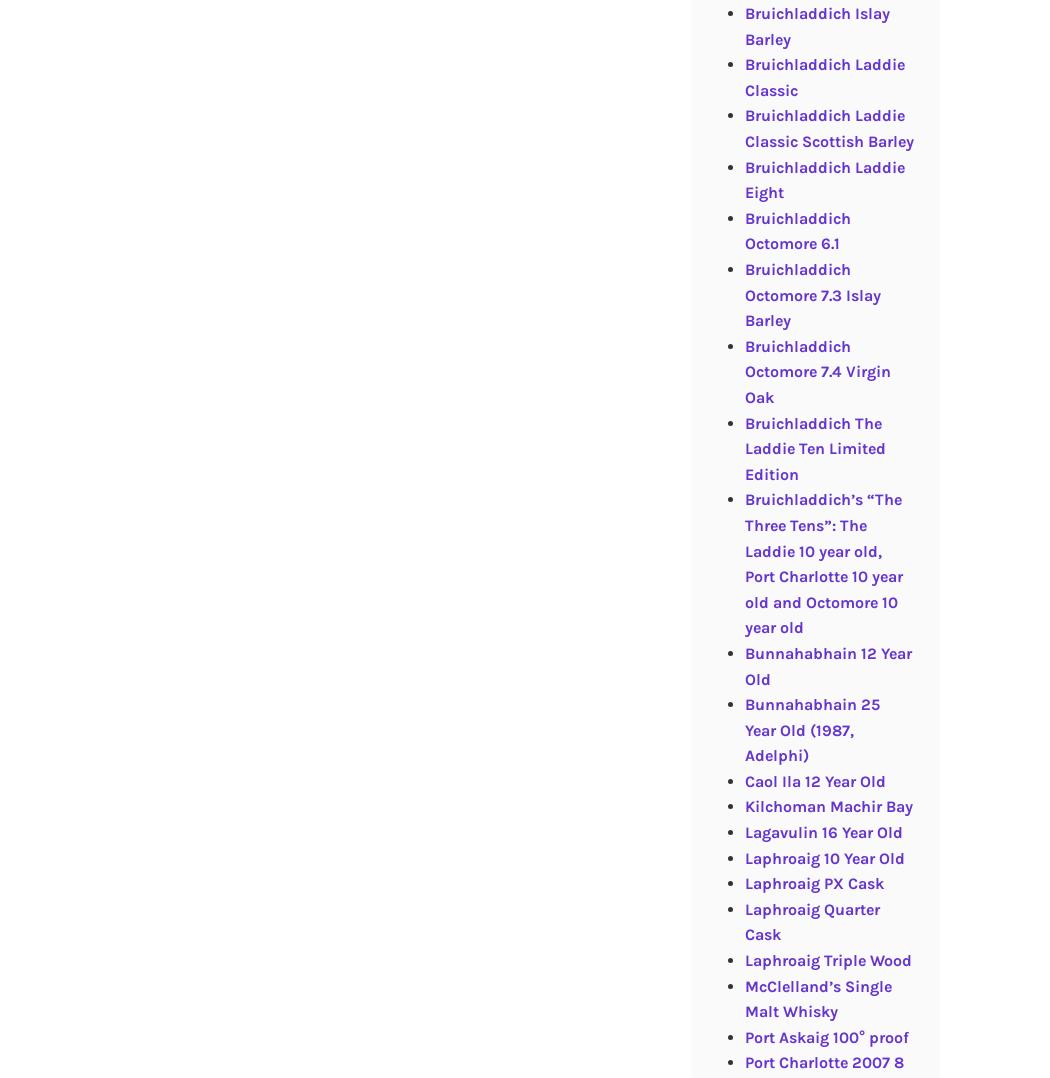 The width and height of the screenshot is (1050, 1078). I want to click on 'Bruichladdich Octomore 7.4 Virgin Oak', so click(816, 371).